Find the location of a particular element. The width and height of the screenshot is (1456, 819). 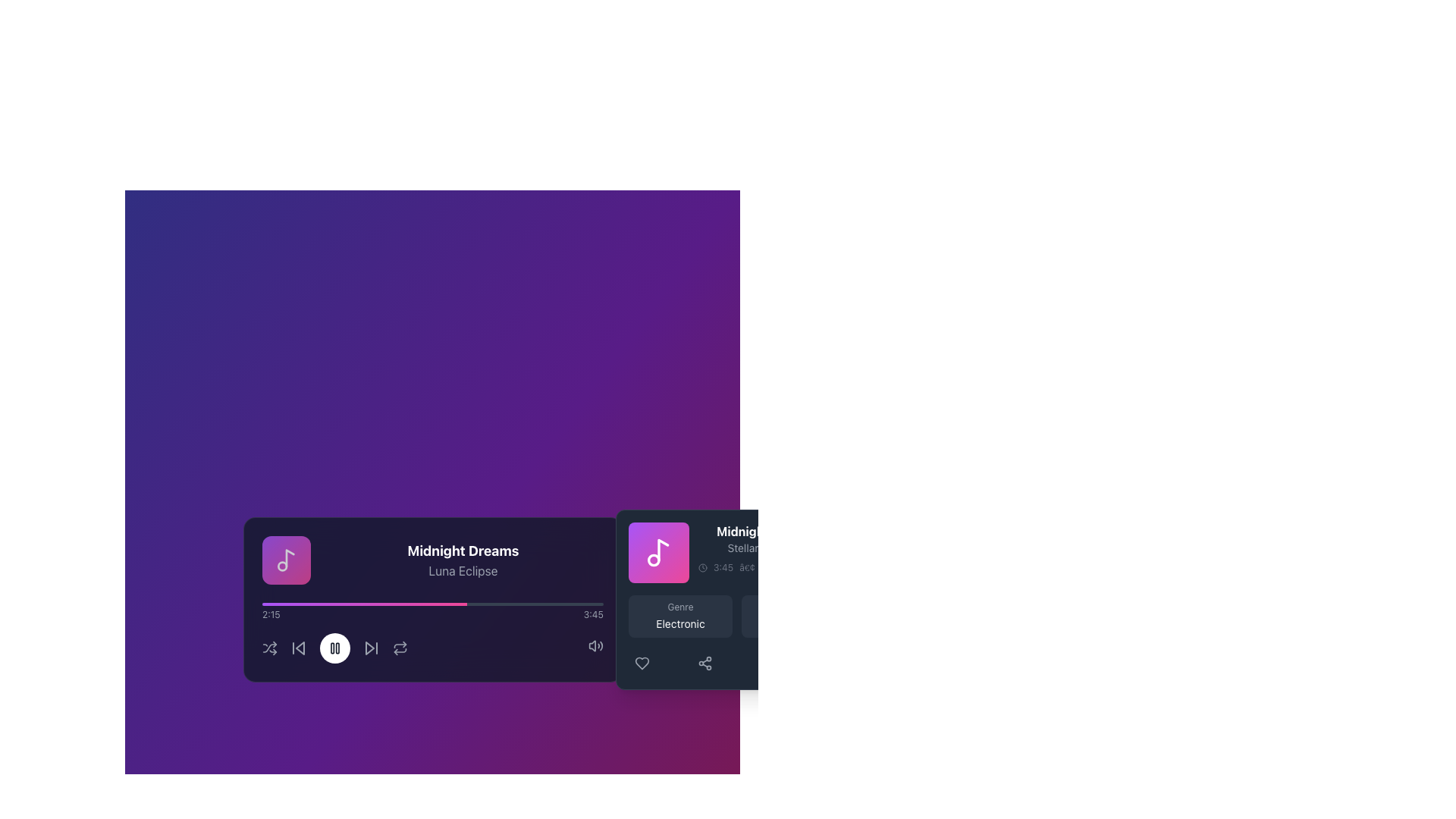

the heart icon button located on the left side of the interactive section at the bottom of the card-like UI component is located at coordinates (642, 663).